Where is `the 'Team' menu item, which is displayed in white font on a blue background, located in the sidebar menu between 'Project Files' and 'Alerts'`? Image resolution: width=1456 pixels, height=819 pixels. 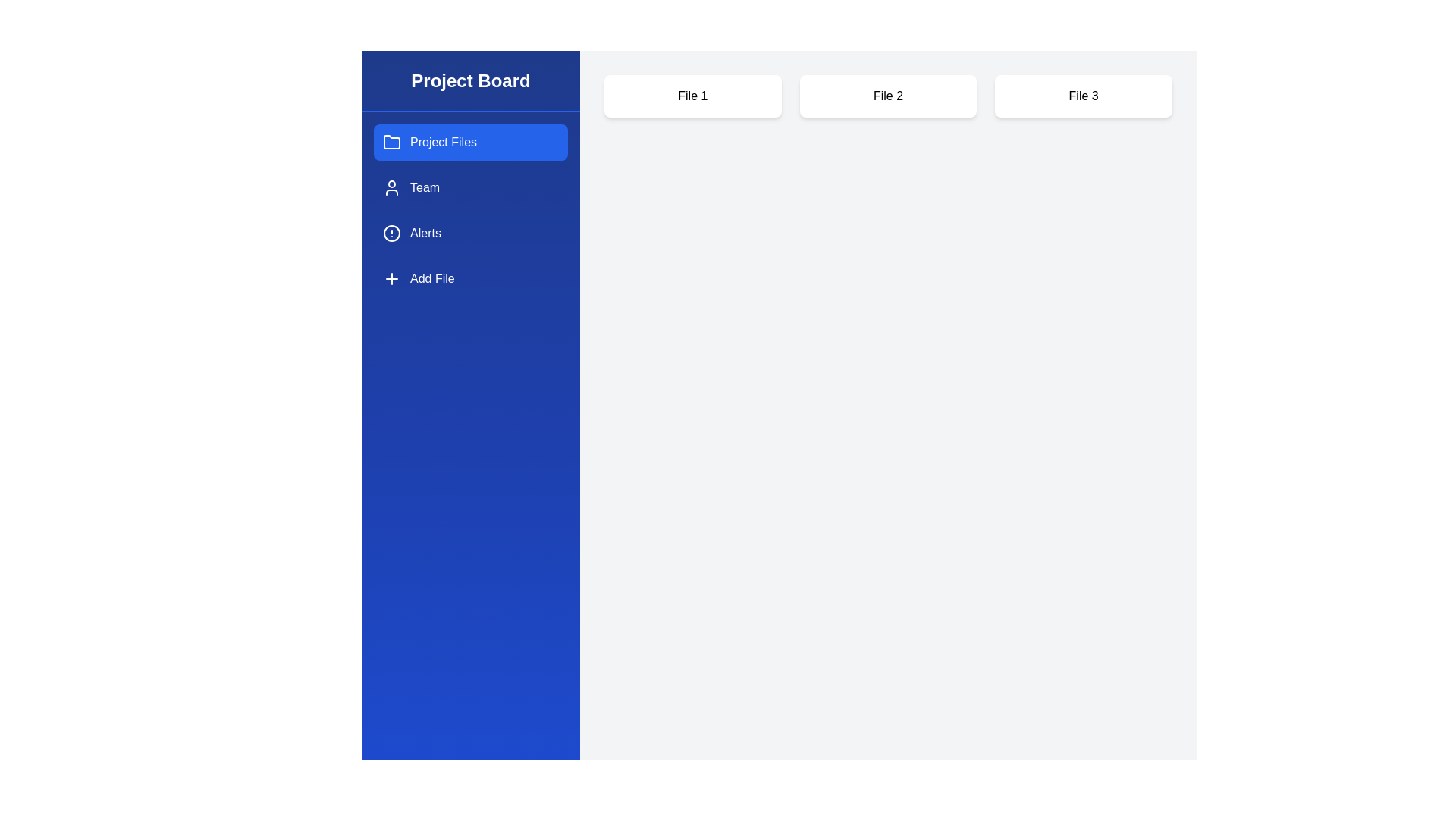
the 'Team' menu item, which is displayed in white font on a blue background, located in the sidebar menu between 'Project Files' and 'Alerts' is located at coordinates (425, 187).